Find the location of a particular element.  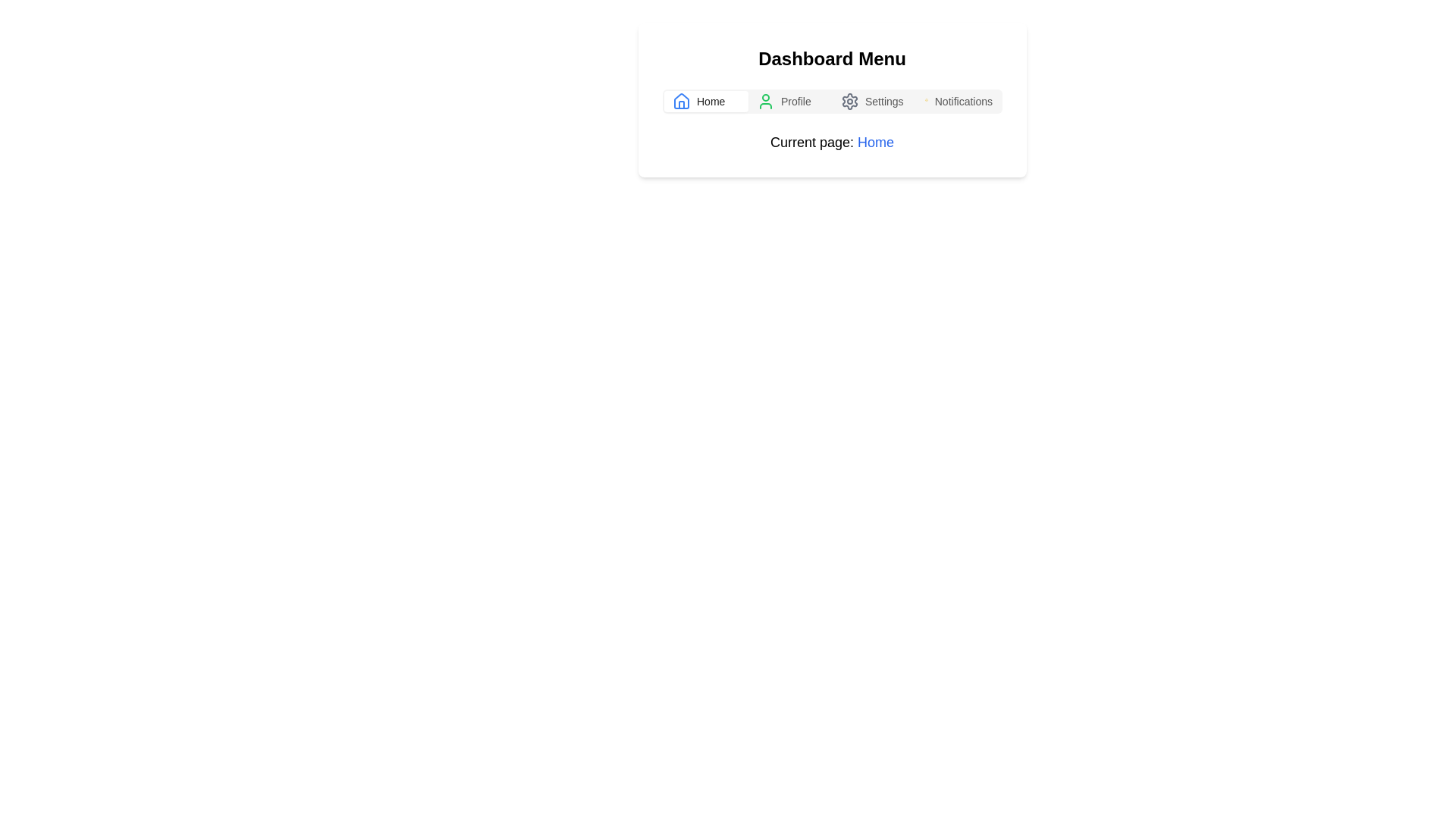

the third tab in the navigation bar labeled 'Settings' is located at coordinates (874, 102).